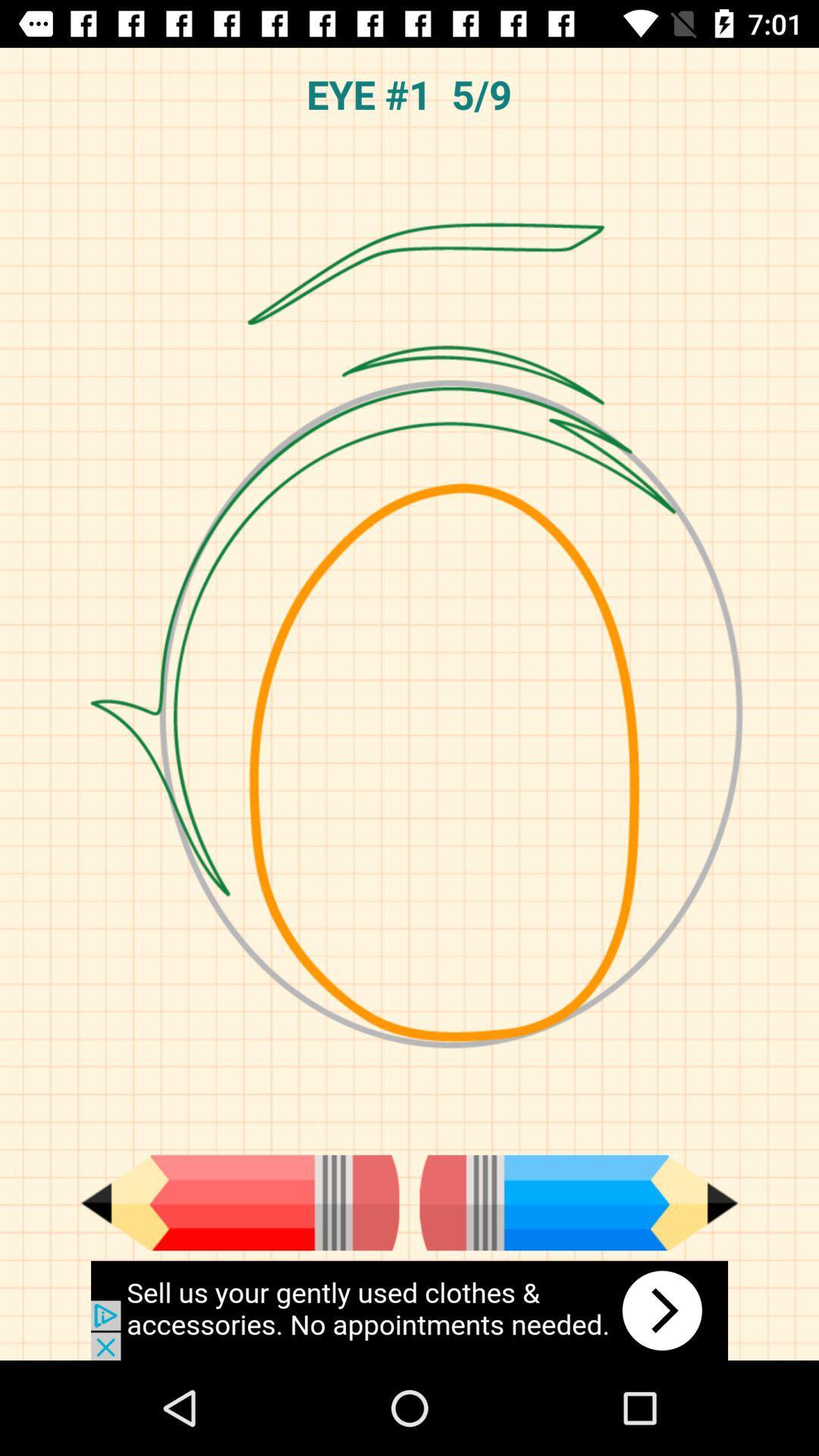  Describe the element at coordinates (409, 1310) in the screenshot. I see `details about advertisement` at that location.